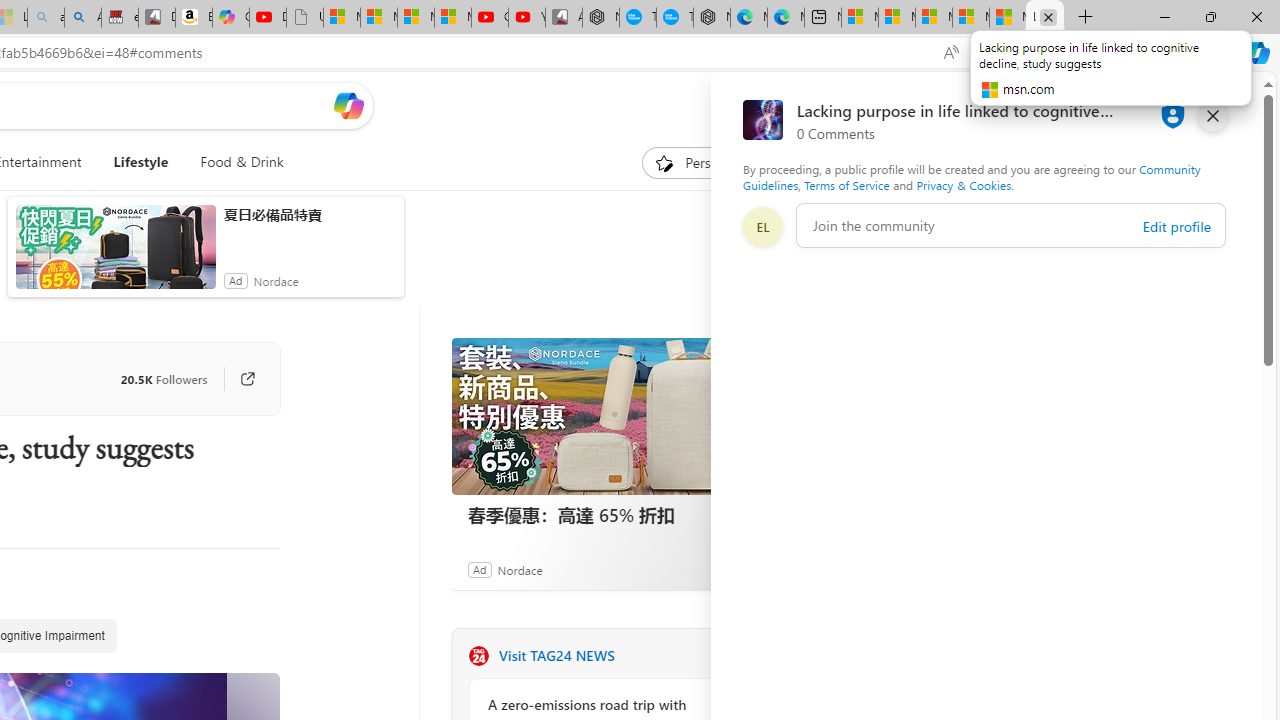 The height and width of the screenshot is (720, 1280). I want to click on 'close', so click(1211, 115).